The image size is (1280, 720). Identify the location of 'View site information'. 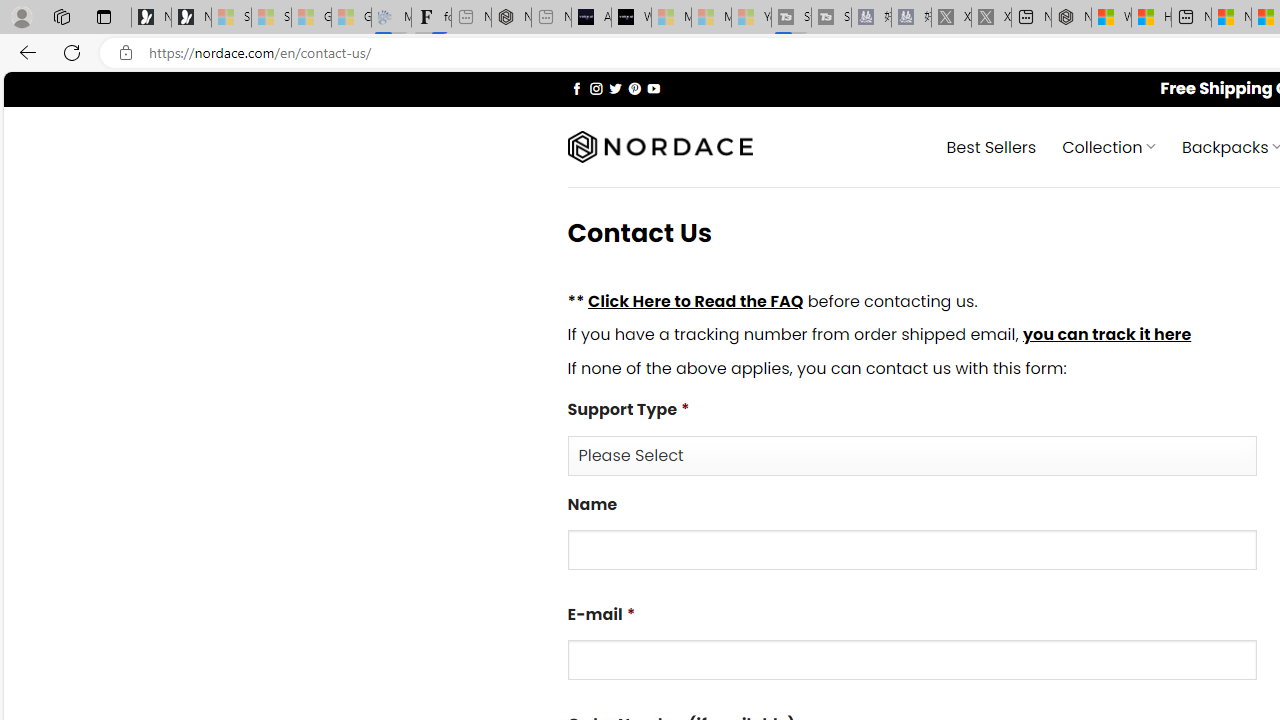
(125, 52).